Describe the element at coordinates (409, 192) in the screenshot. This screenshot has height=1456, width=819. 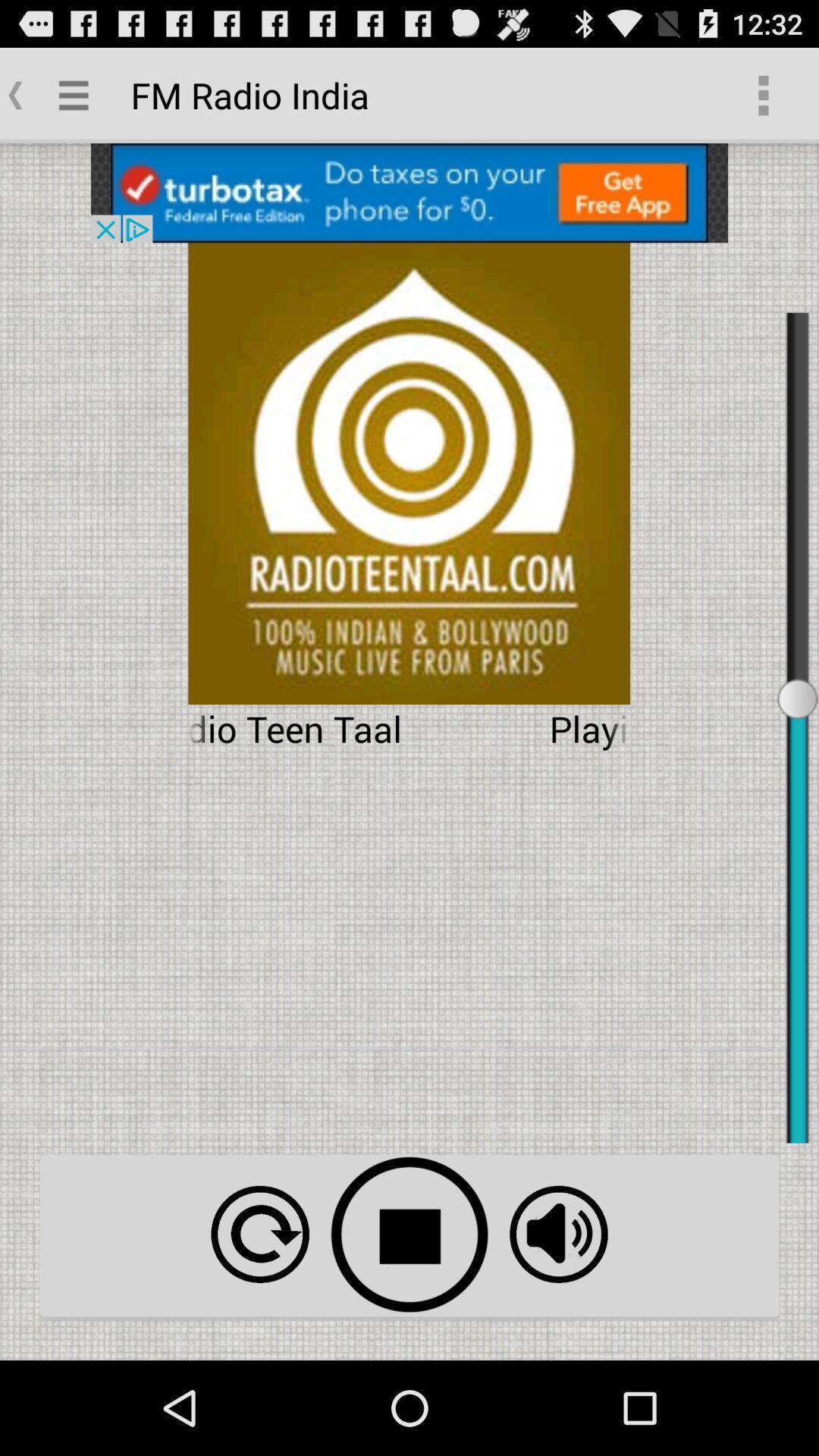
I see `open advertisement` at that location.